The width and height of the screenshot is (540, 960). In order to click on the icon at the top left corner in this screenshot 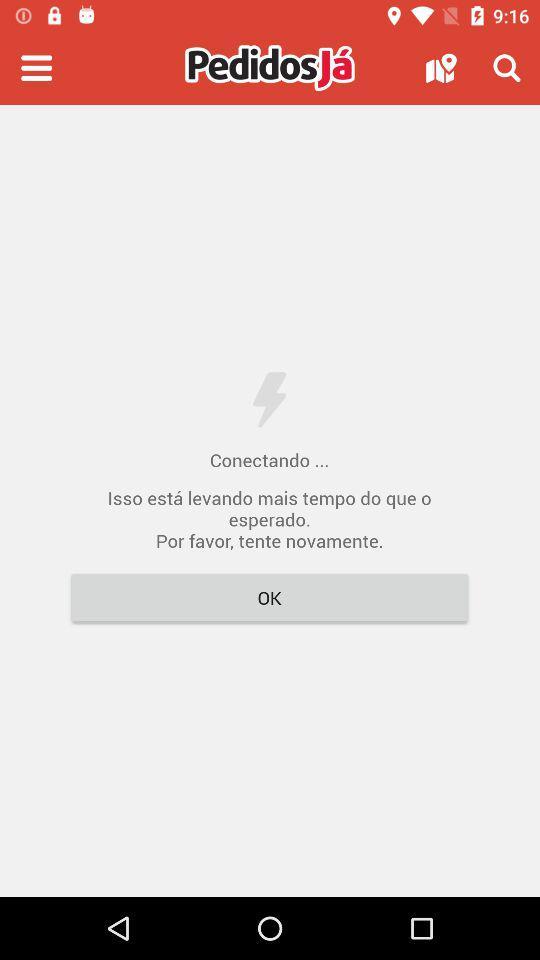, I will do `click(36, 68)`.